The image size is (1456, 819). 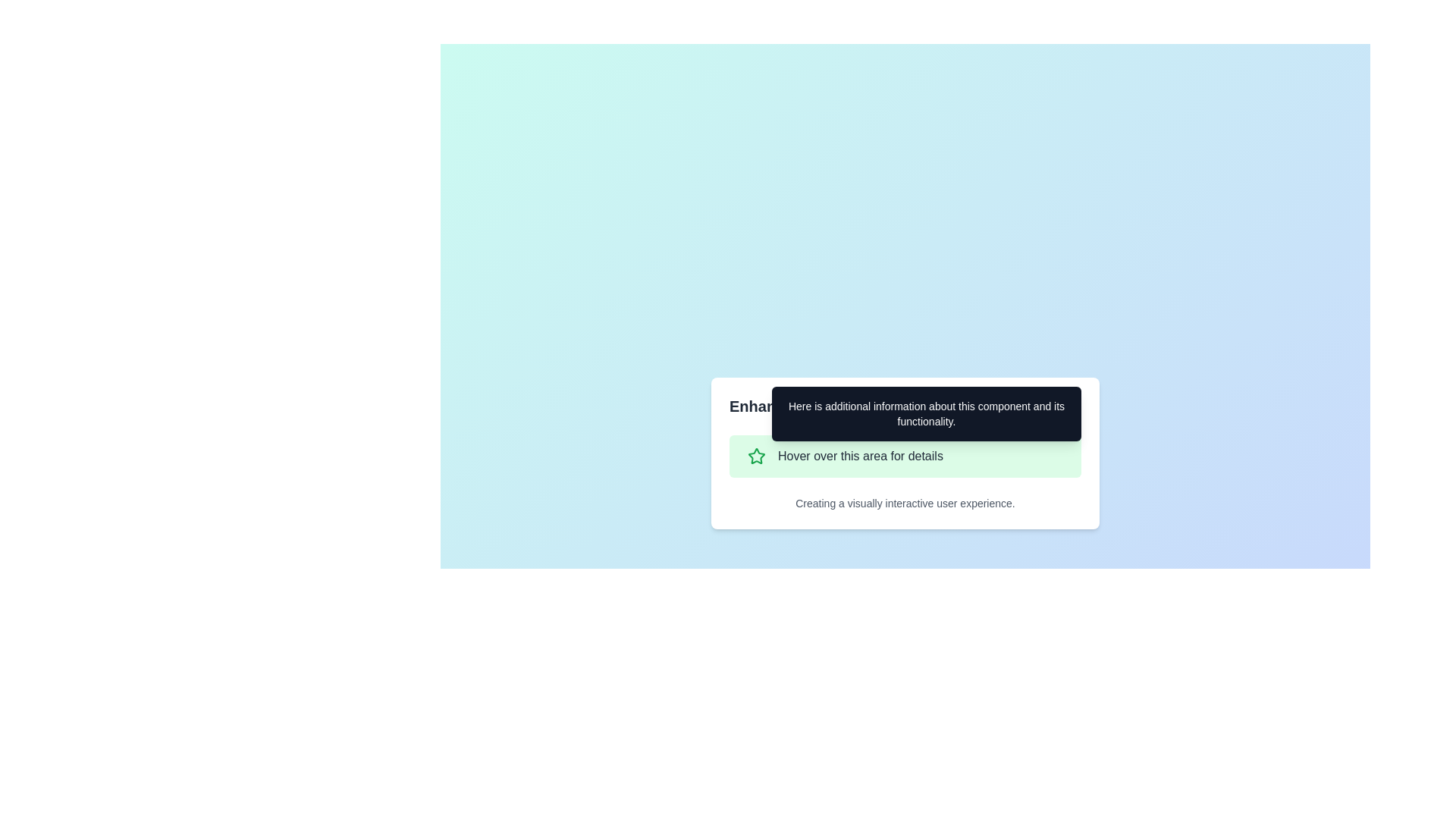 I want to click on the Interactive Tooltip Trigger Area located in the bottom-middle section of the 'Enhanced Tooltip Widget' panel, which displays additional information in a tooltip upon hovering, so click(x=905, y=455).